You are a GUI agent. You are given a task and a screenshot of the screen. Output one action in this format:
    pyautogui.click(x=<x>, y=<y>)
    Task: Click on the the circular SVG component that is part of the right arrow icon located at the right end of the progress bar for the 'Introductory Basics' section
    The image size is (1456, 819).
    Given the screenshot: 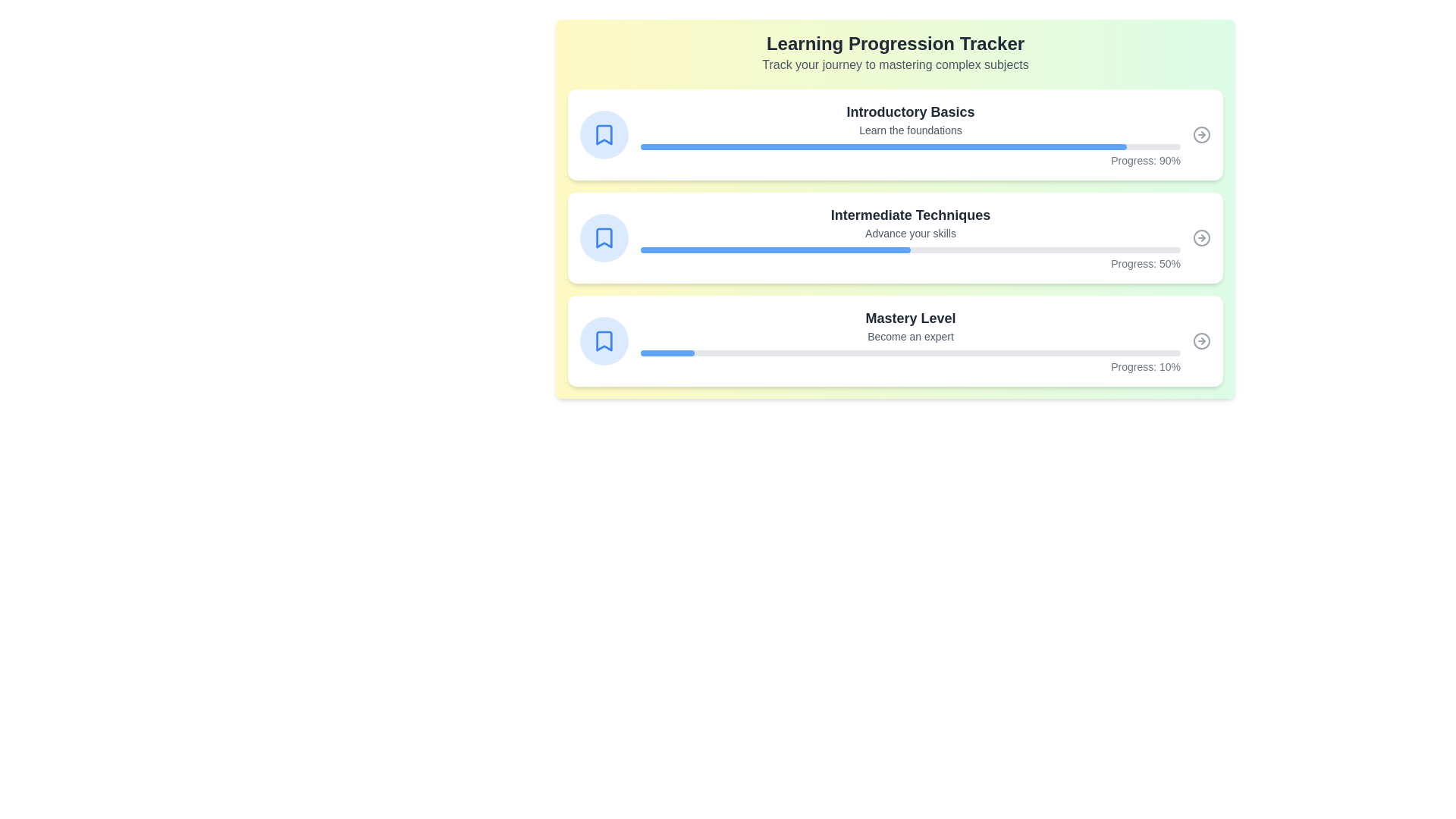 What is the action you would take?
    pyautogui.click(x=1200, y=133)
    